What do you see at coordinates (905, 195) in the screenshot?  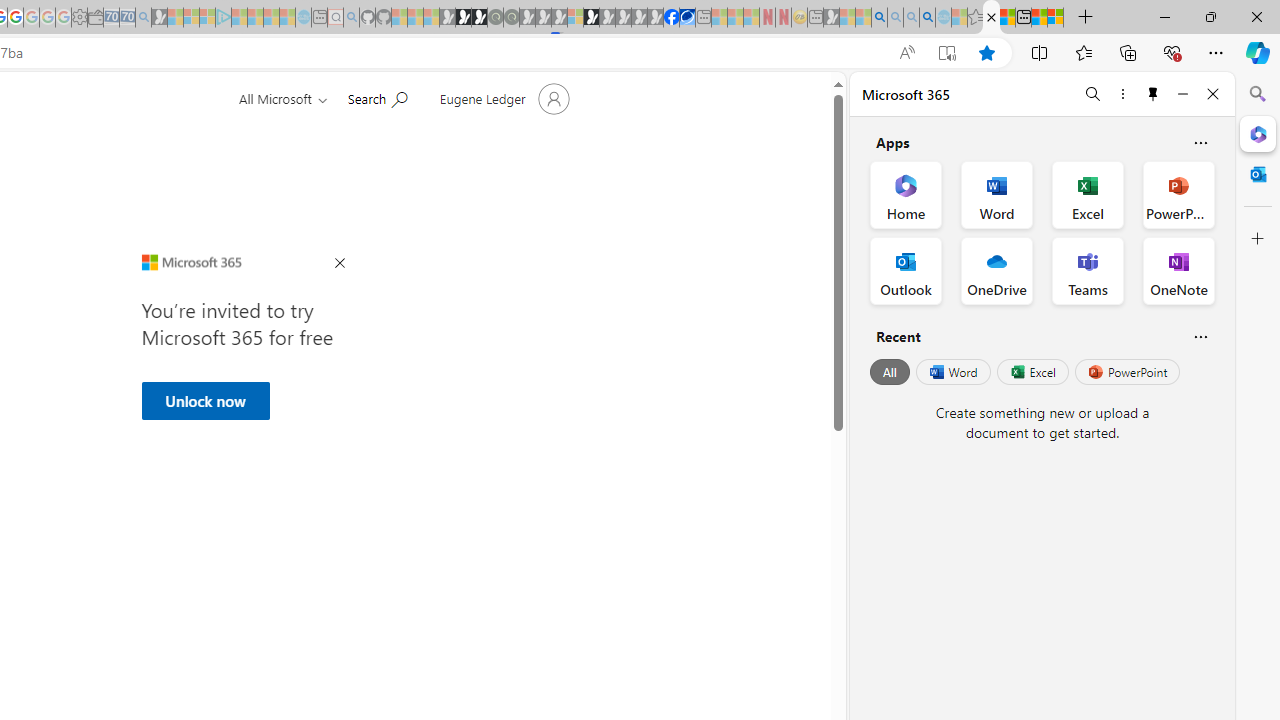 I see `'Home Office App'` at bounding box center [905, 195].